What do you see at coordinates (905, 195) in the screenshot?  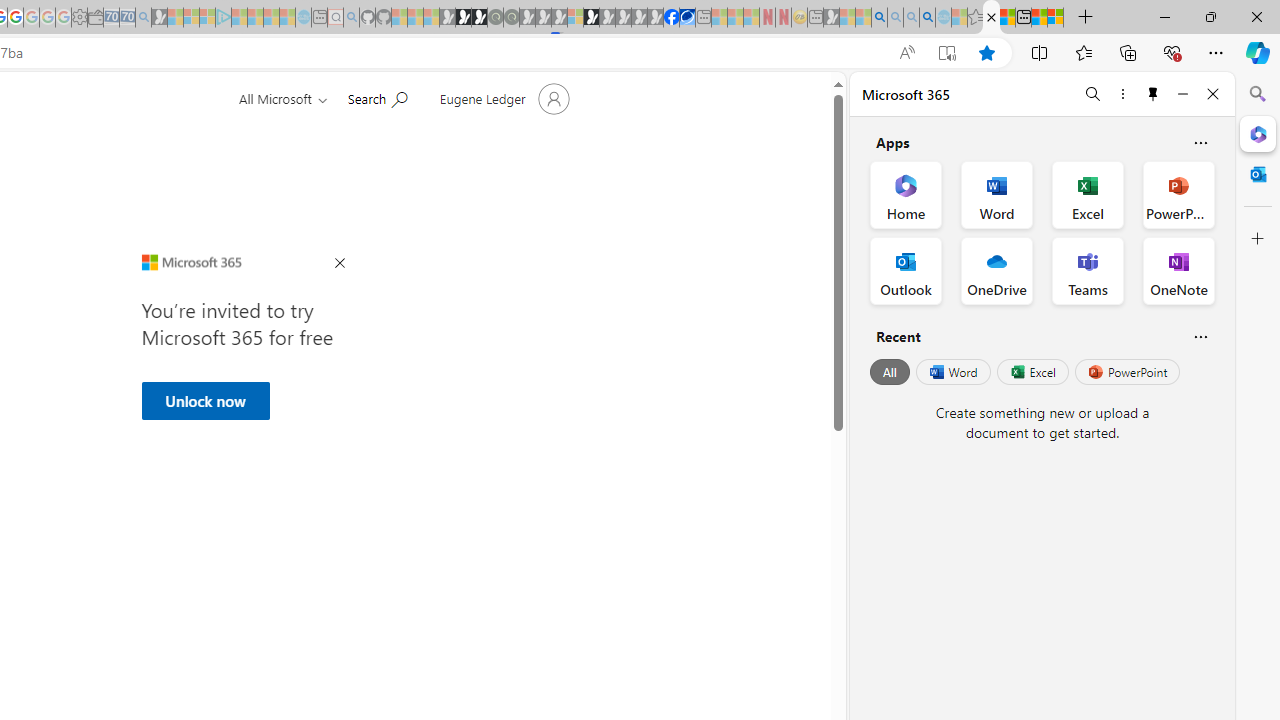 I see `'Home Office App'` at bounding box center [905, 195].